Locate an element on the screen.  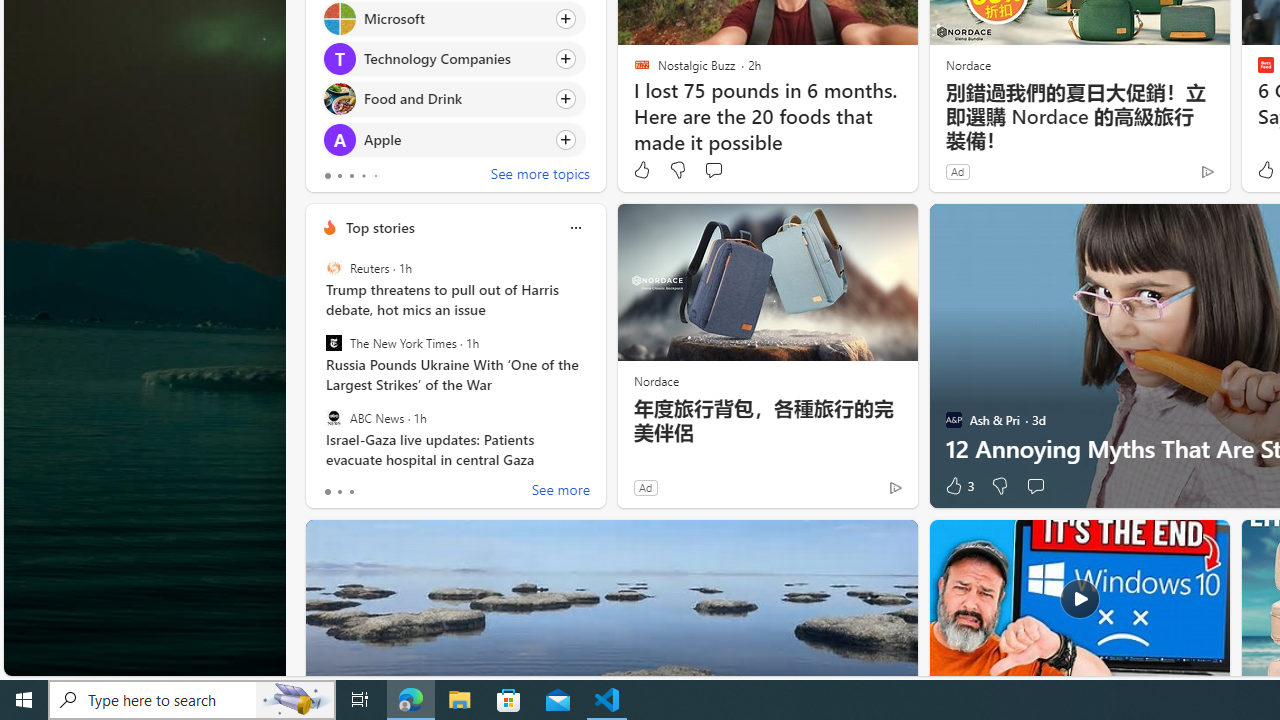
'Microsoft' is located at coordinates (339, 18).